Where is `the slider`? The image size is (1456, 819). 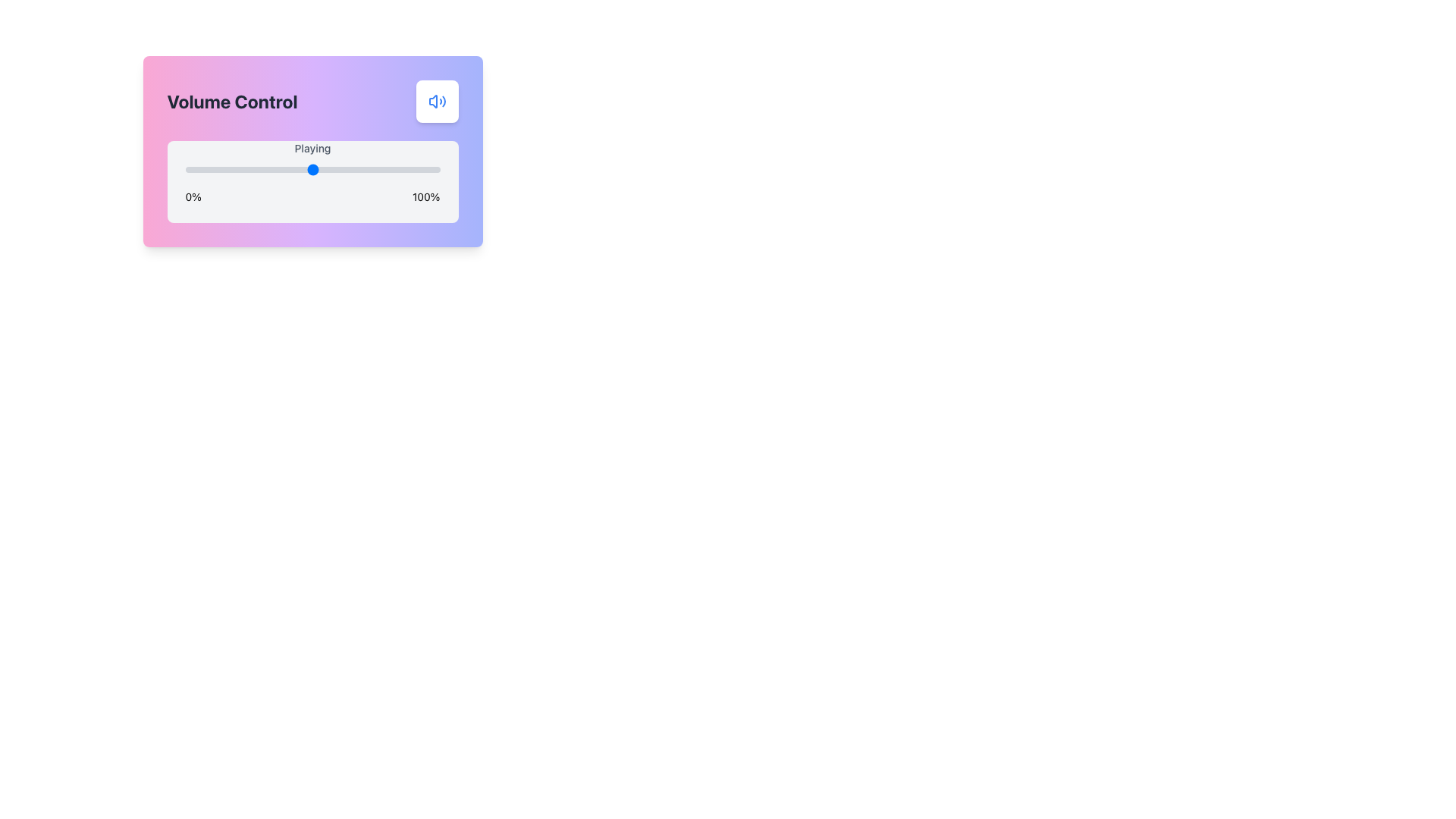
the slider is located at coordinates (230, 169).